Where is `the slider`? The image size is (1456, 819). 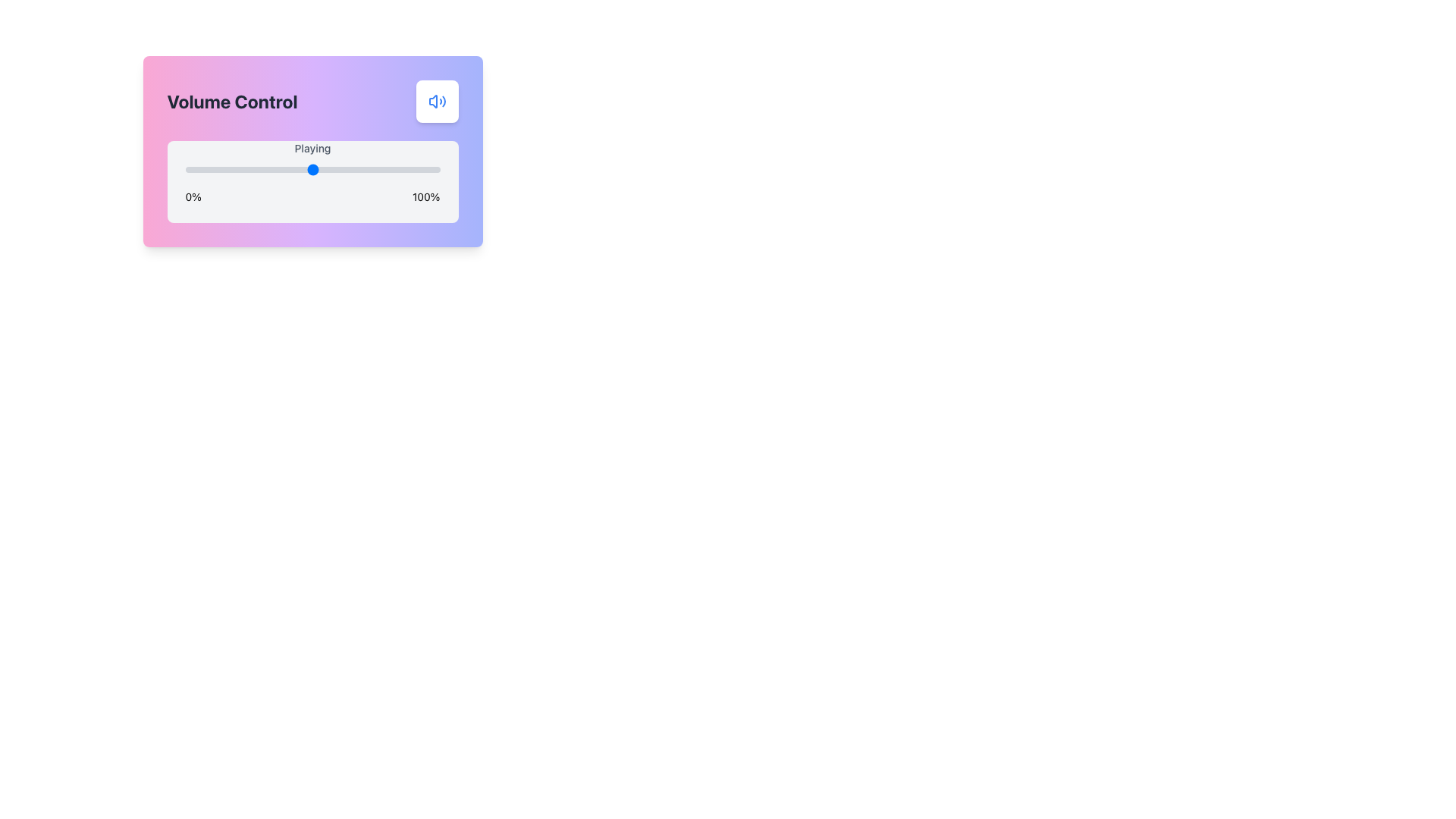
the slider is located at coordinates (230, 169).